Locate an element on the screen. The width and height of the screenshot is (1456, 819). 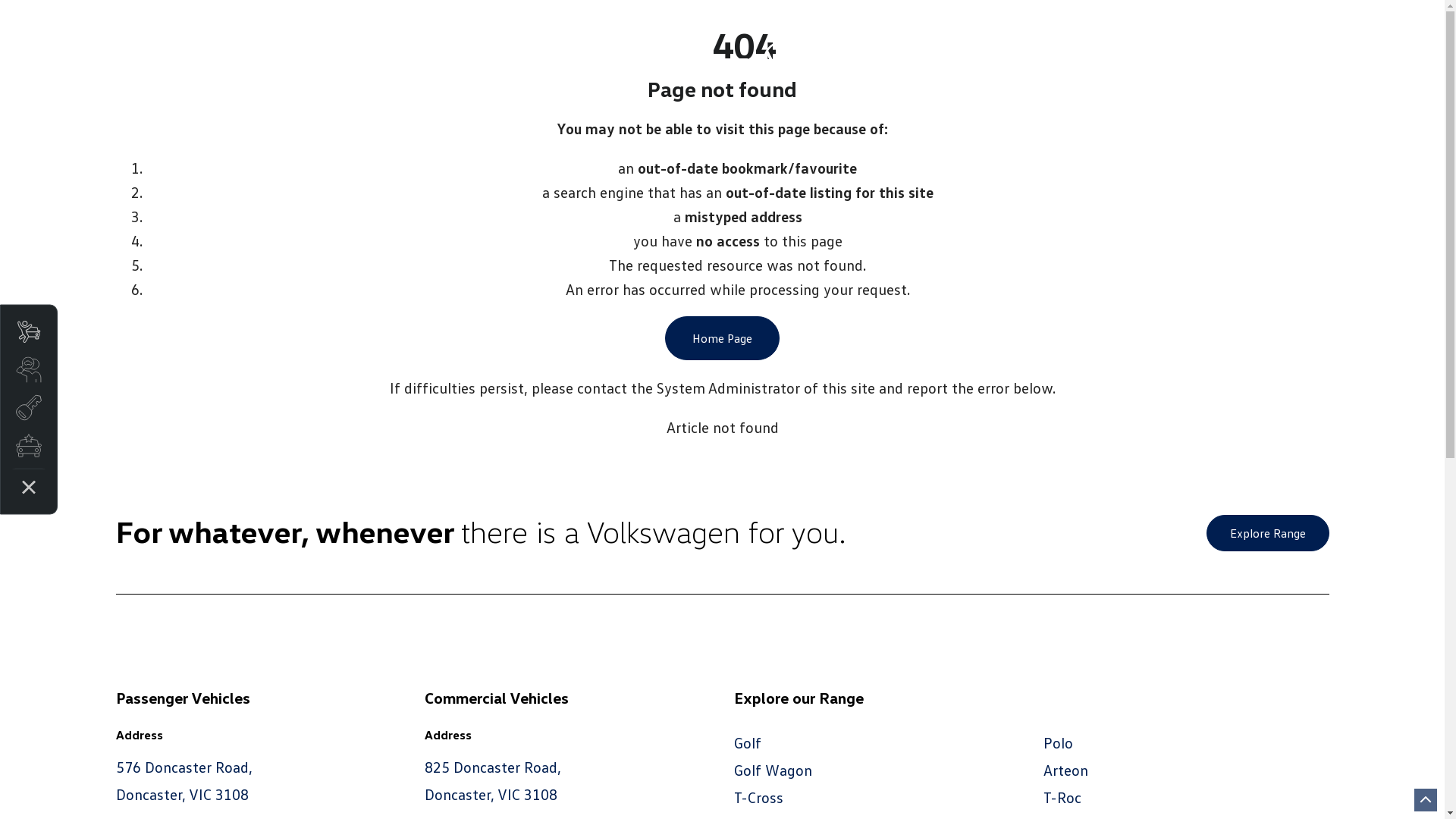
'Home Page' is located at coordinates (721, 337).